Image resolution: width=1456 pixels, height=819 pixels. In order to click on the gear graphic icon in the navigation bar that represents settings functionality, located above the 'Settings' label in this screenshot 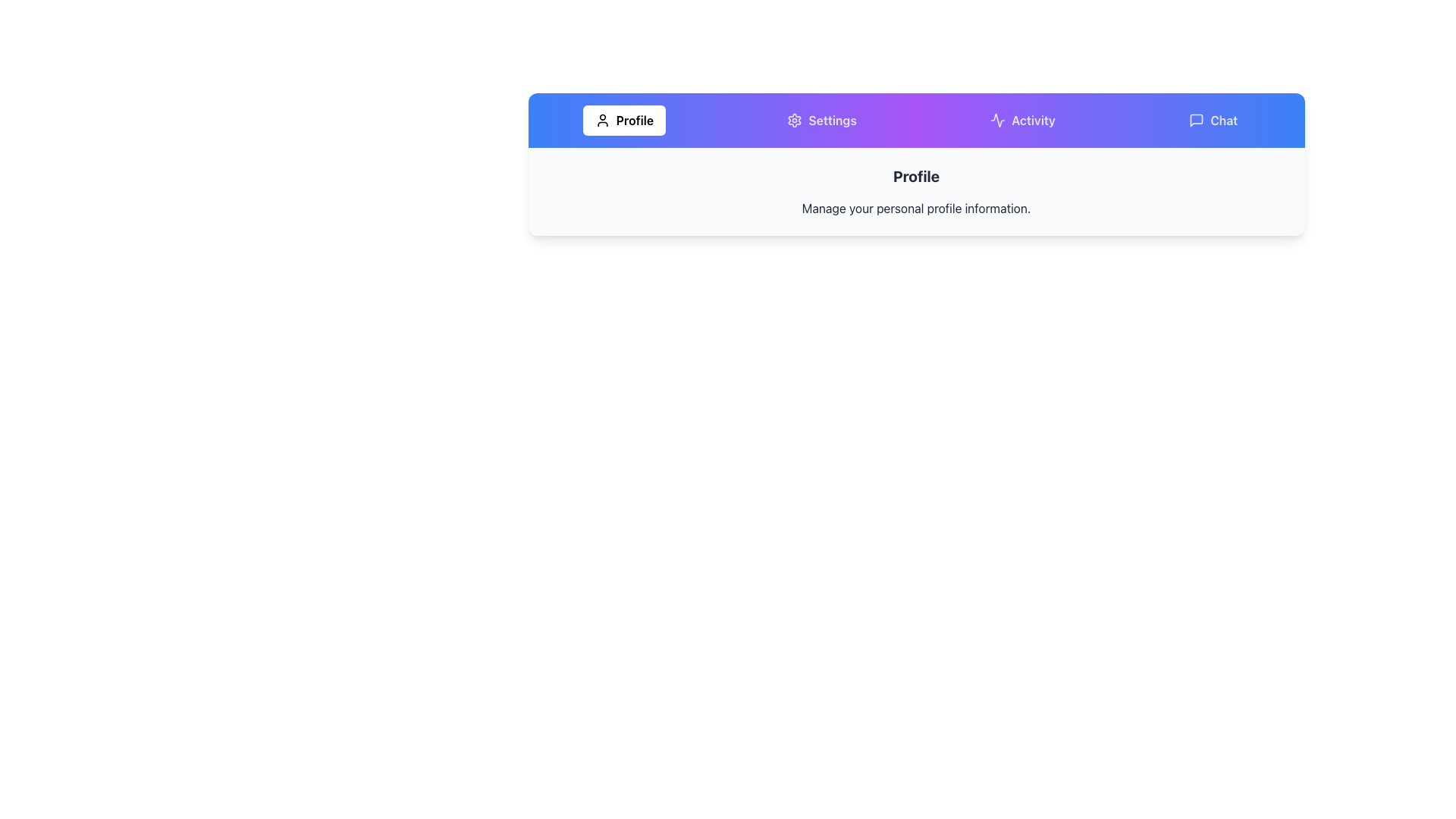, I will do `click(794, 119)`.